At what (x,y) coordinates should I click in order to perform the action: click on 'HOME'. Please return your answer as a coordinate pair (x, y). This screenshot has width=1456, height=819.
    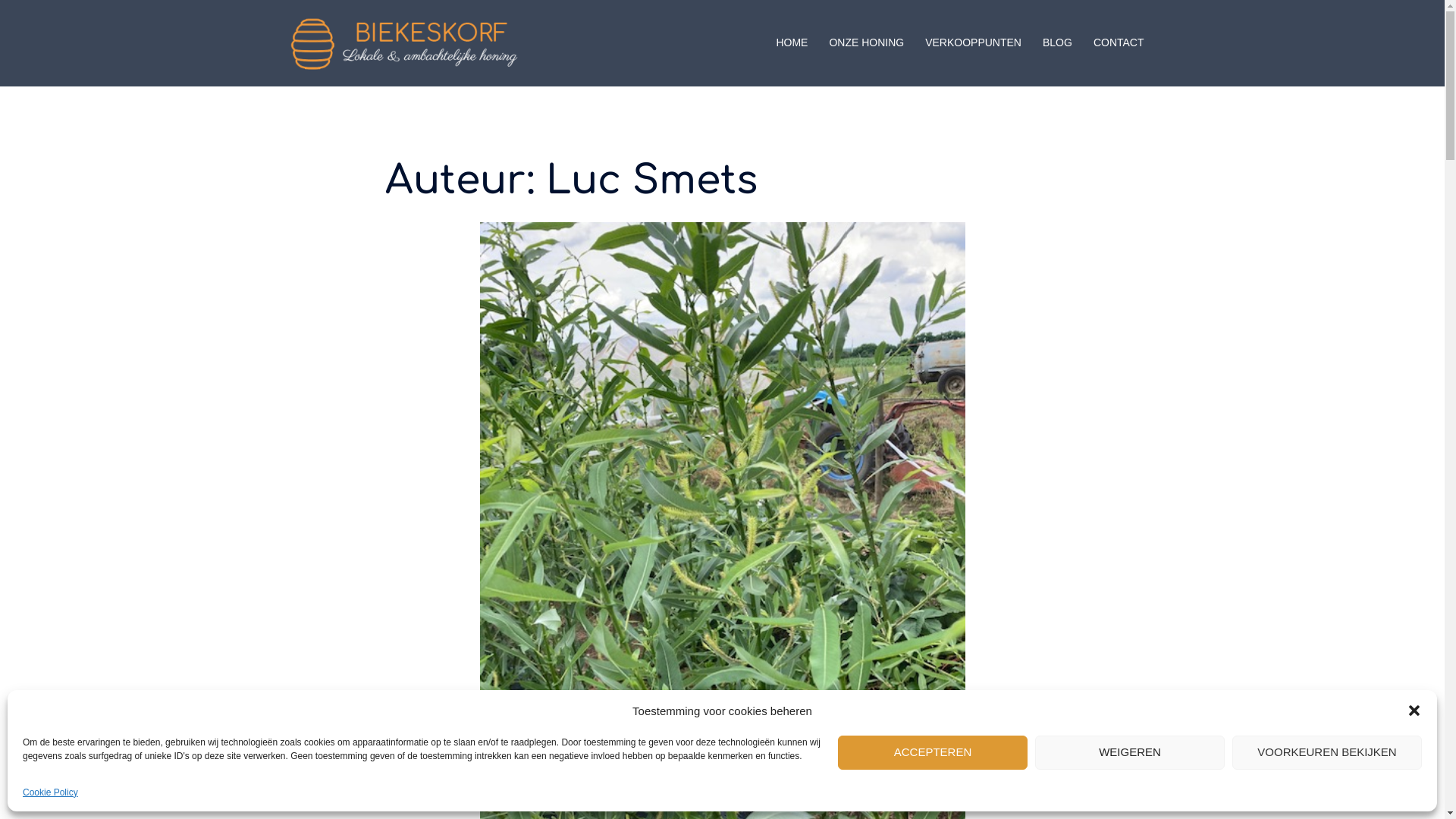
    Looking at the image, I should click on (775, 42).